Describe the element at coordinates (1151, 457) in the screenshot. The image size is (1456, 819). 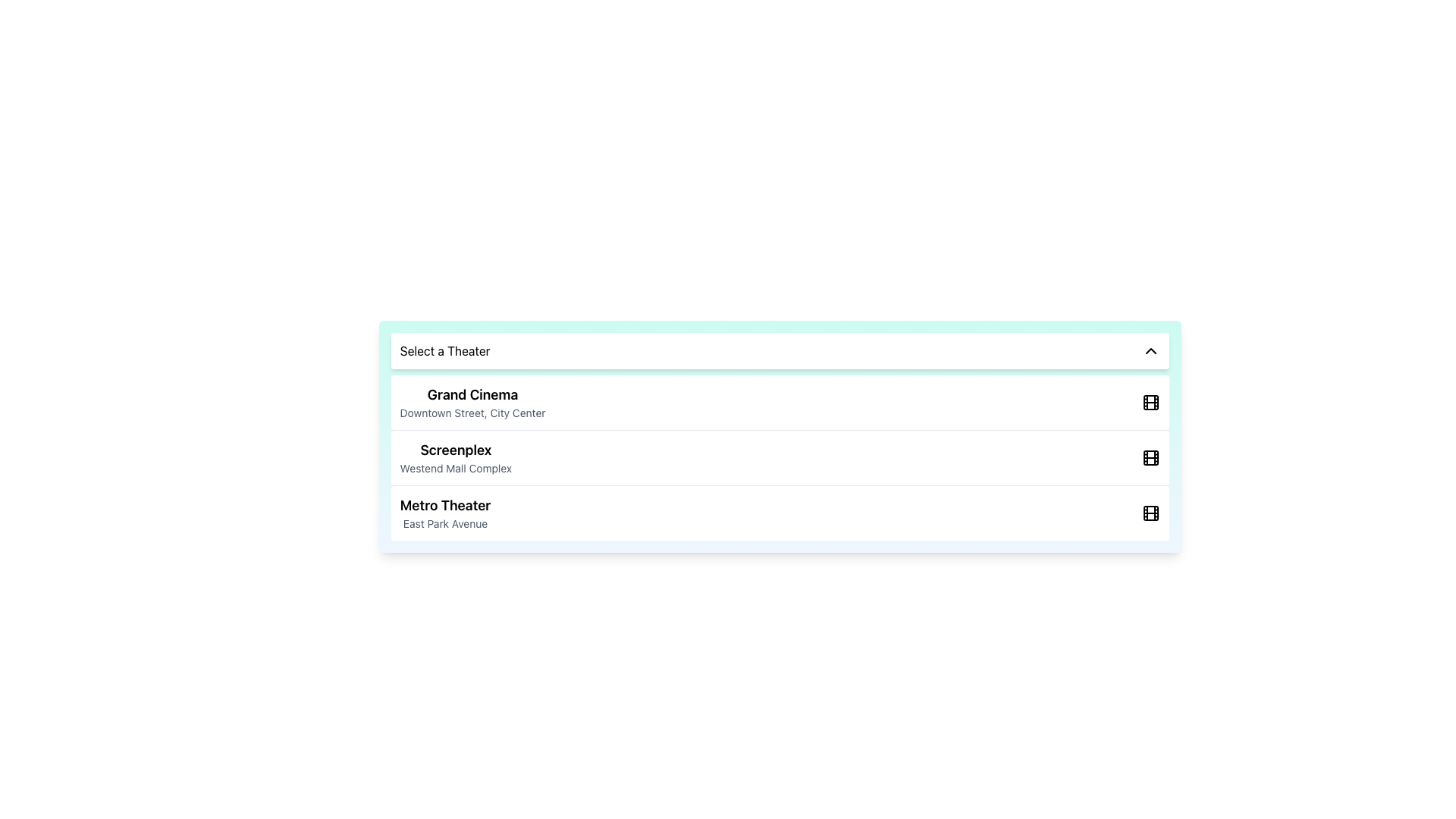
I see `the central rectangle of the film-strip icon associated with the 'Screenplex' row in the dropdown list of theaters` at that location.